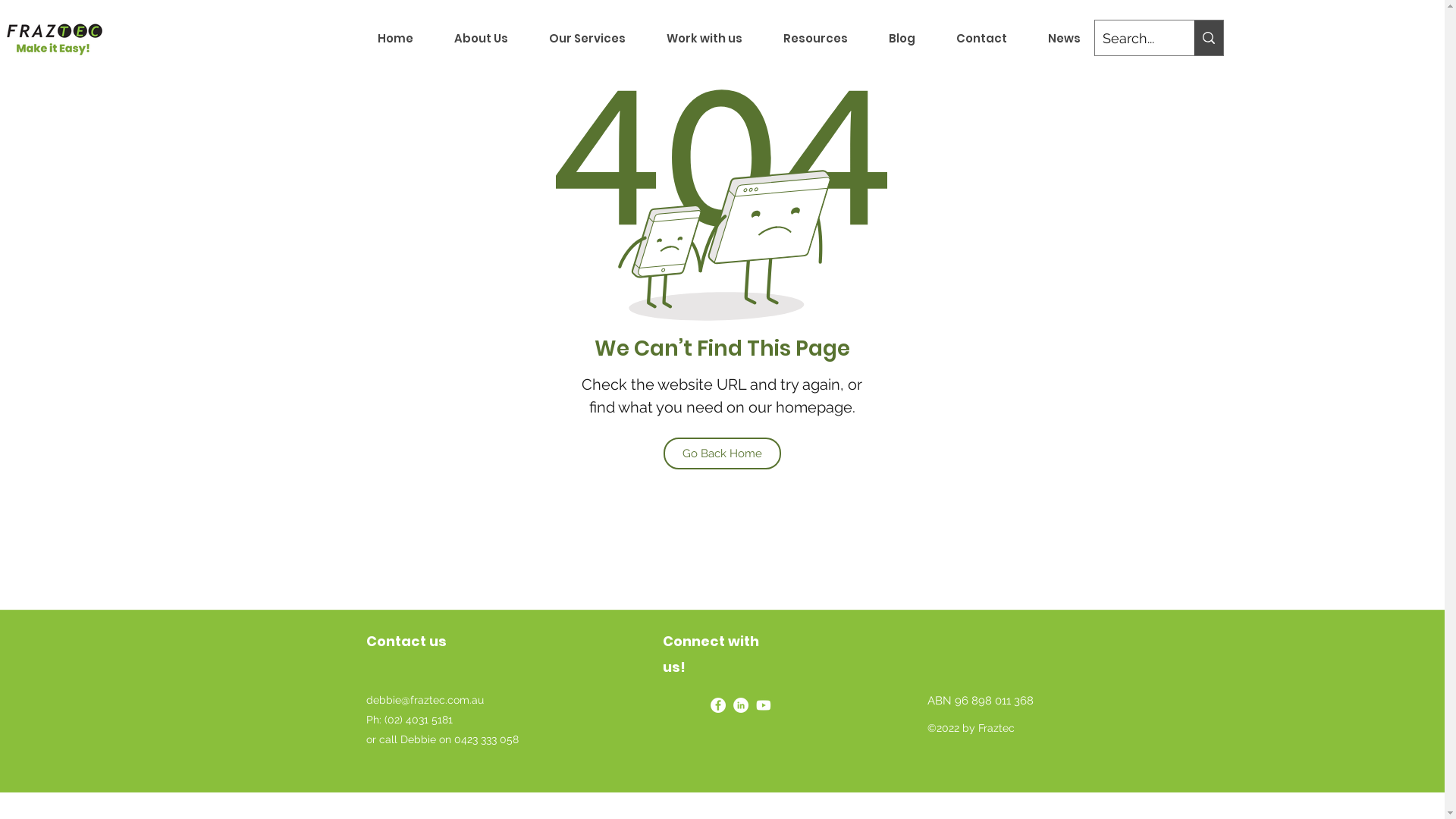 This screenshot has width=1456, height=819. Describe the element at coordinates (54, 37) in the screenshot. I see `'fraztec_make_it_easy_logo_highRes.png'` at that location.